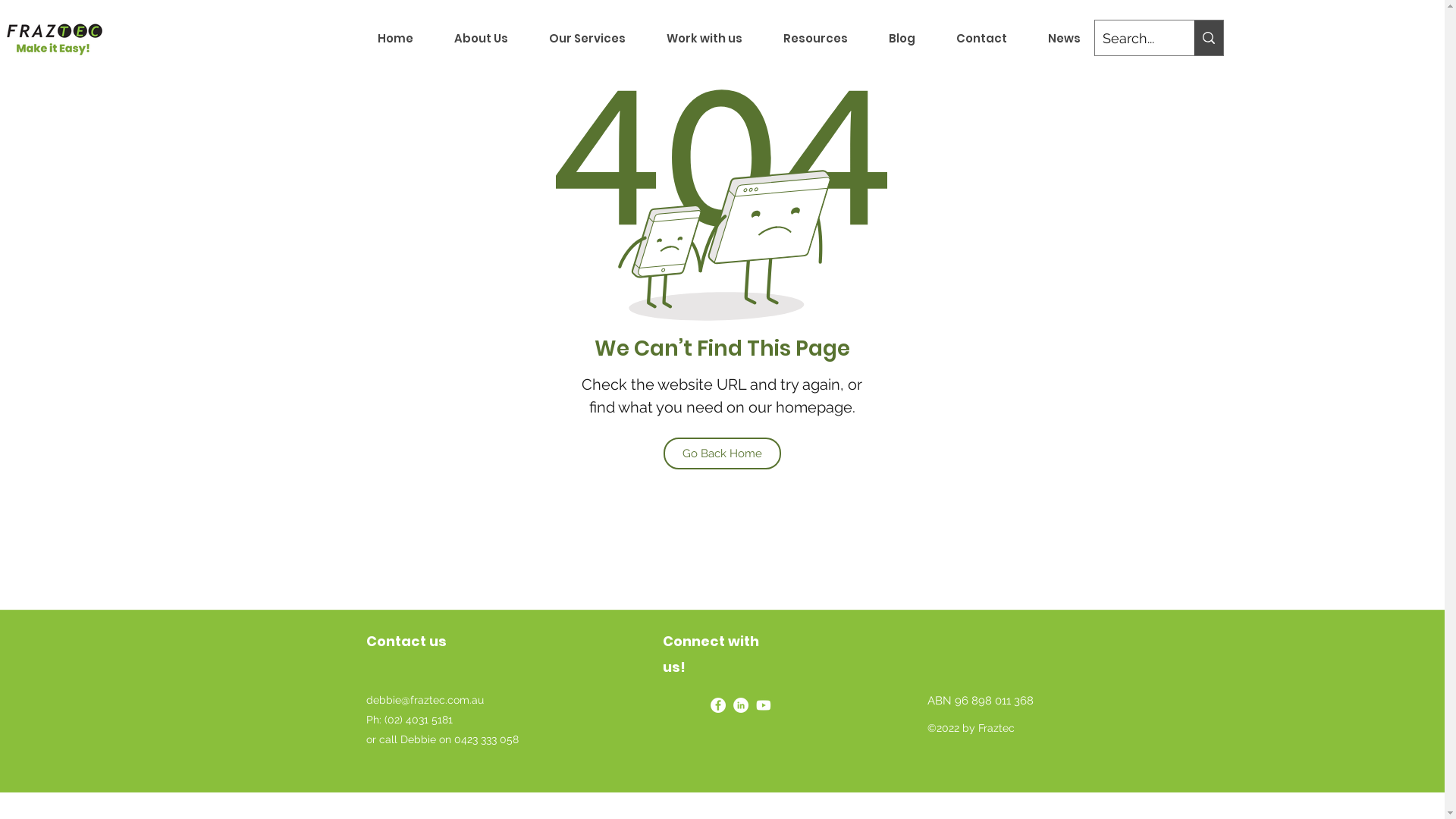 This screenshot has width=1456, height=819. Describe the element at coordinates (54, 37) in the screenshot. I see `'fraztec_make_it_easy_logo_highRes.png'` at that location.